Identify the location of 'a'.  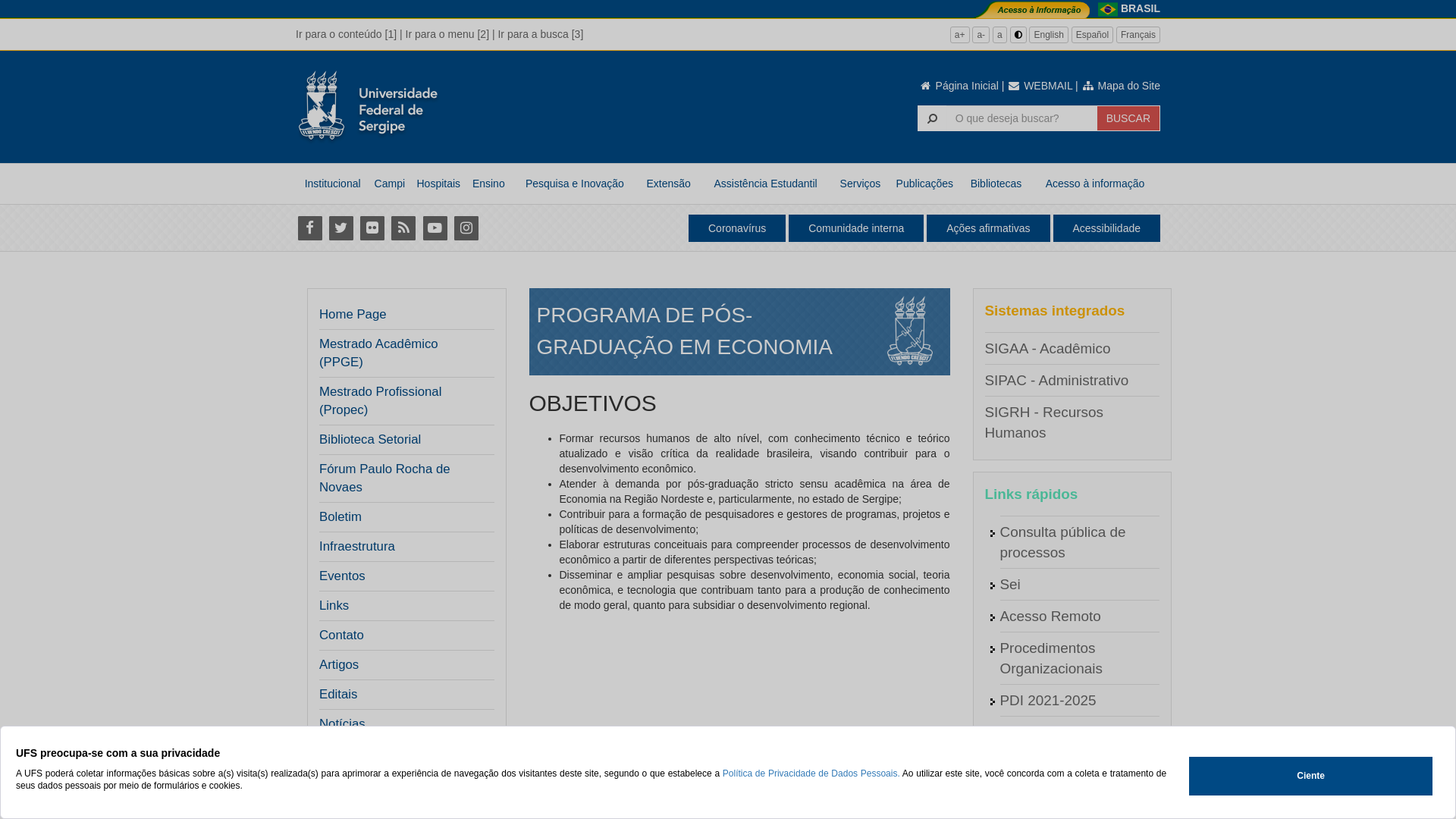
(999, 34).